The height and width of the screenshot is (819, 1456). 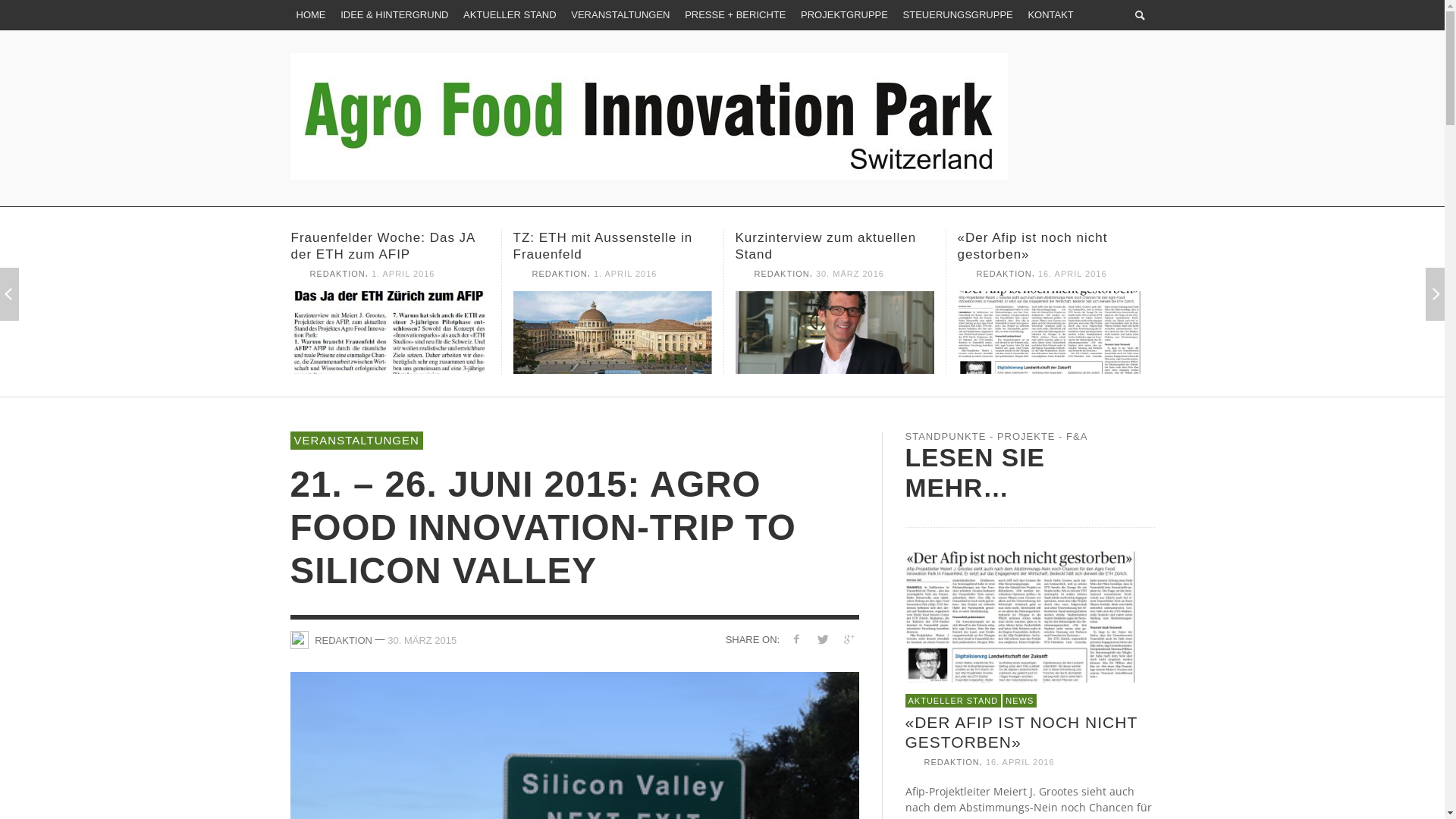 What do you see at coordinates (896, 14) in the screenshot?
I see `'STEUERUNGSGRUPPE'` at bounding box center [896, 14].